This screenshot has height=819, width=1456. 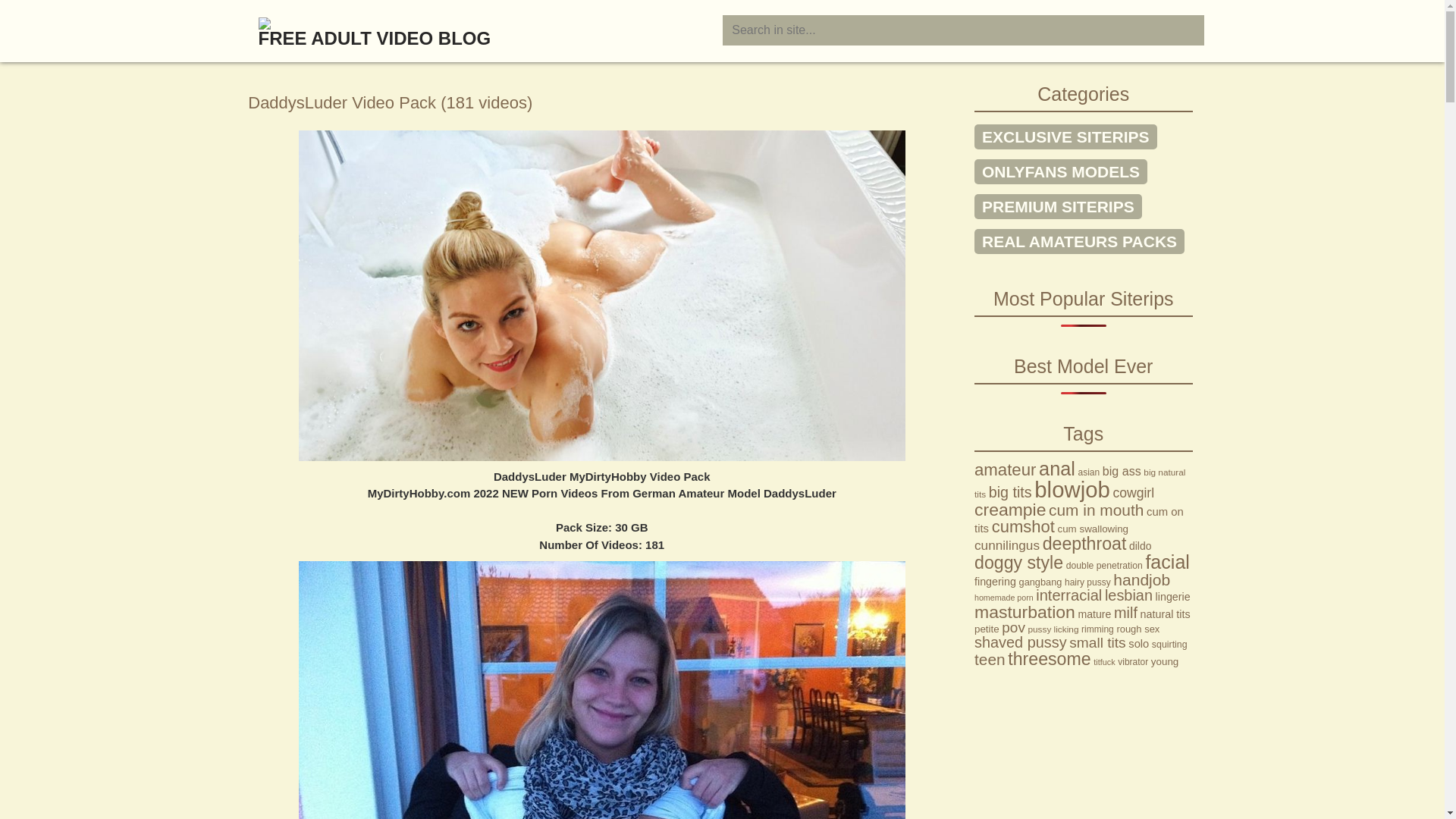 I want to click on 'petite', so click(x=974, y=629).